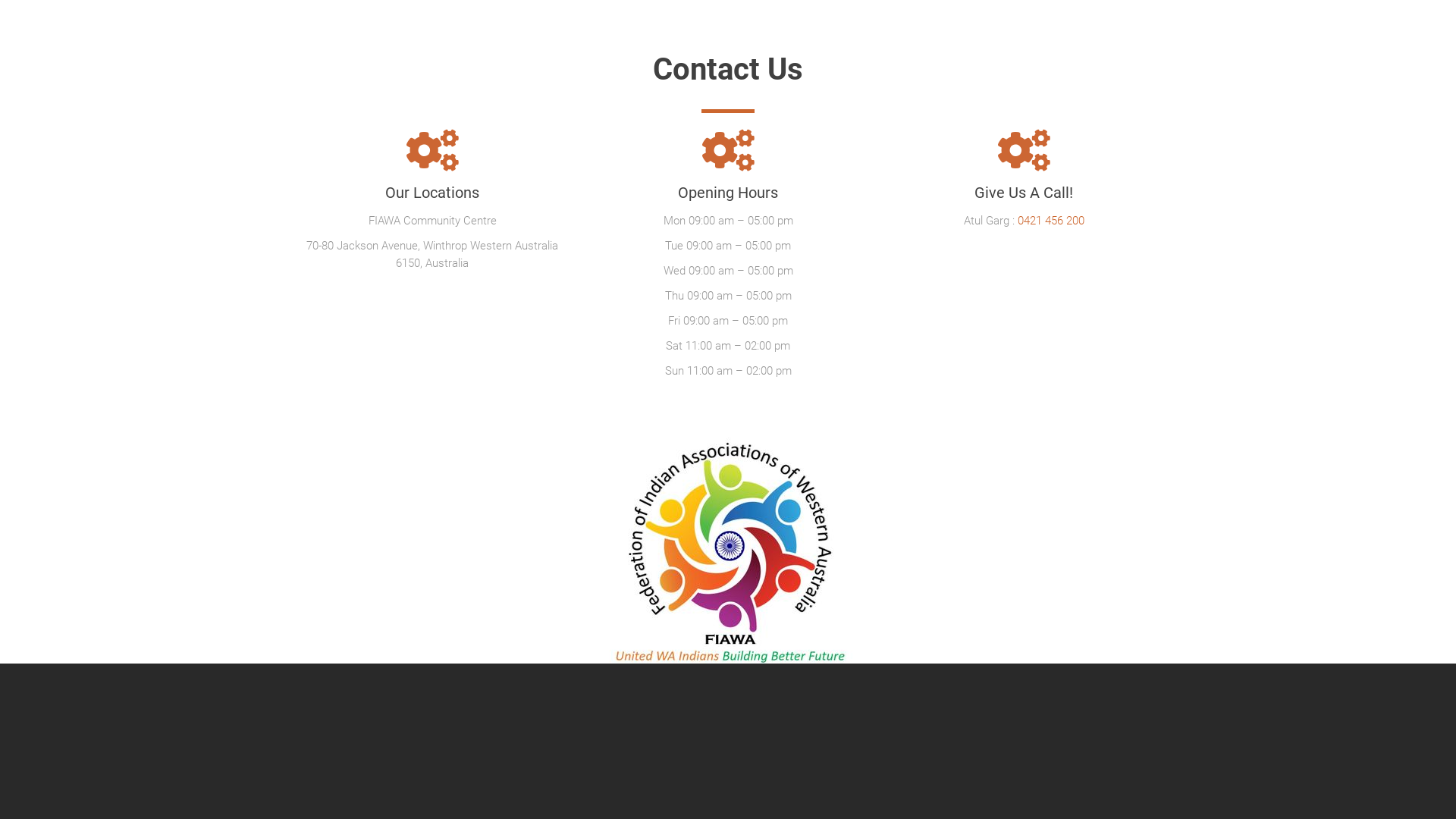  Describe the element at coordinates (1050, 220) in the screenshot. I see `'0421 456 200'` at that location.